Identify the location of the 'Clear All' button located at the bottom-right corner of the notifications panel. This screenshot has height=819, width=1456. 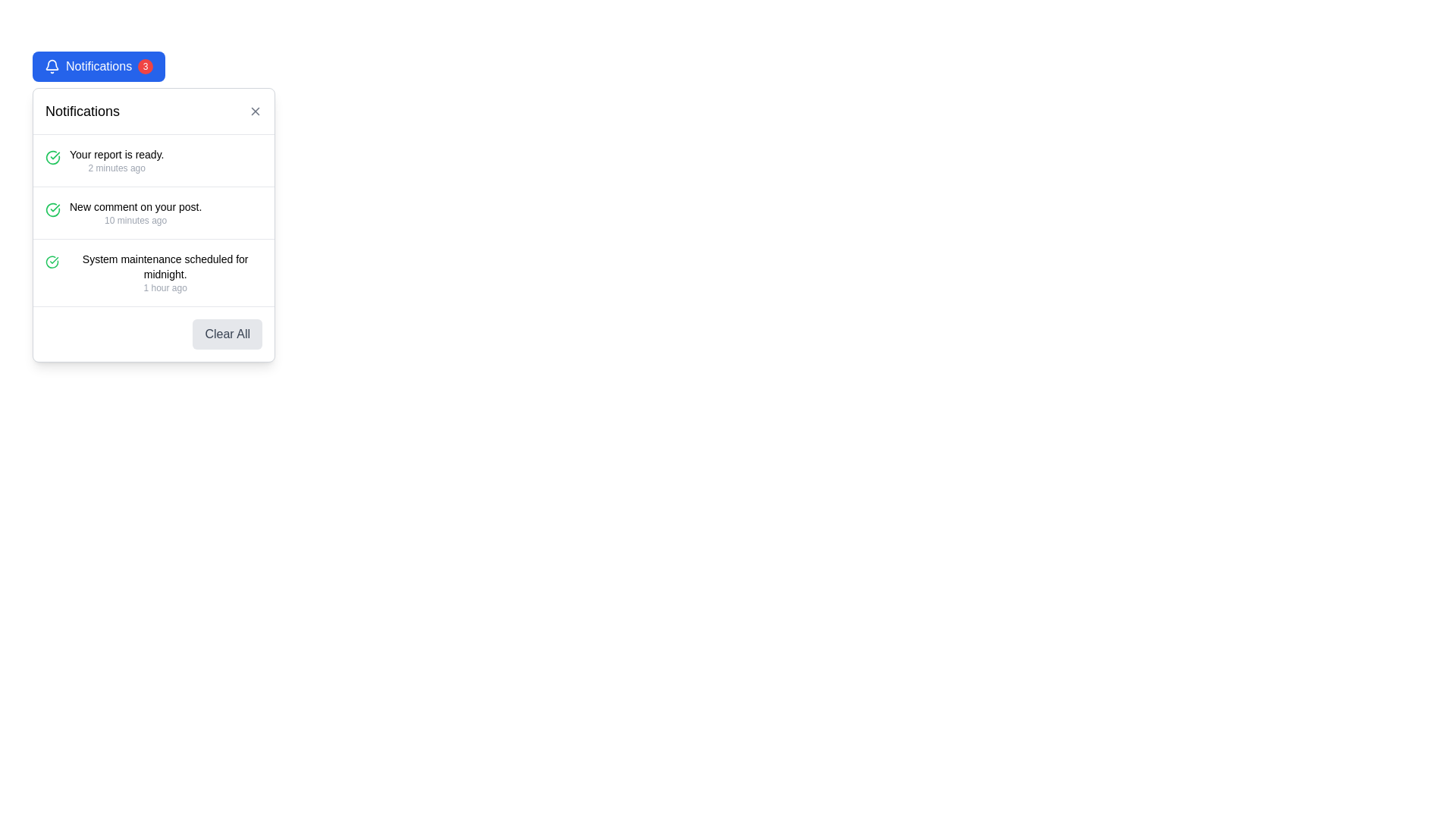
(227, 333).